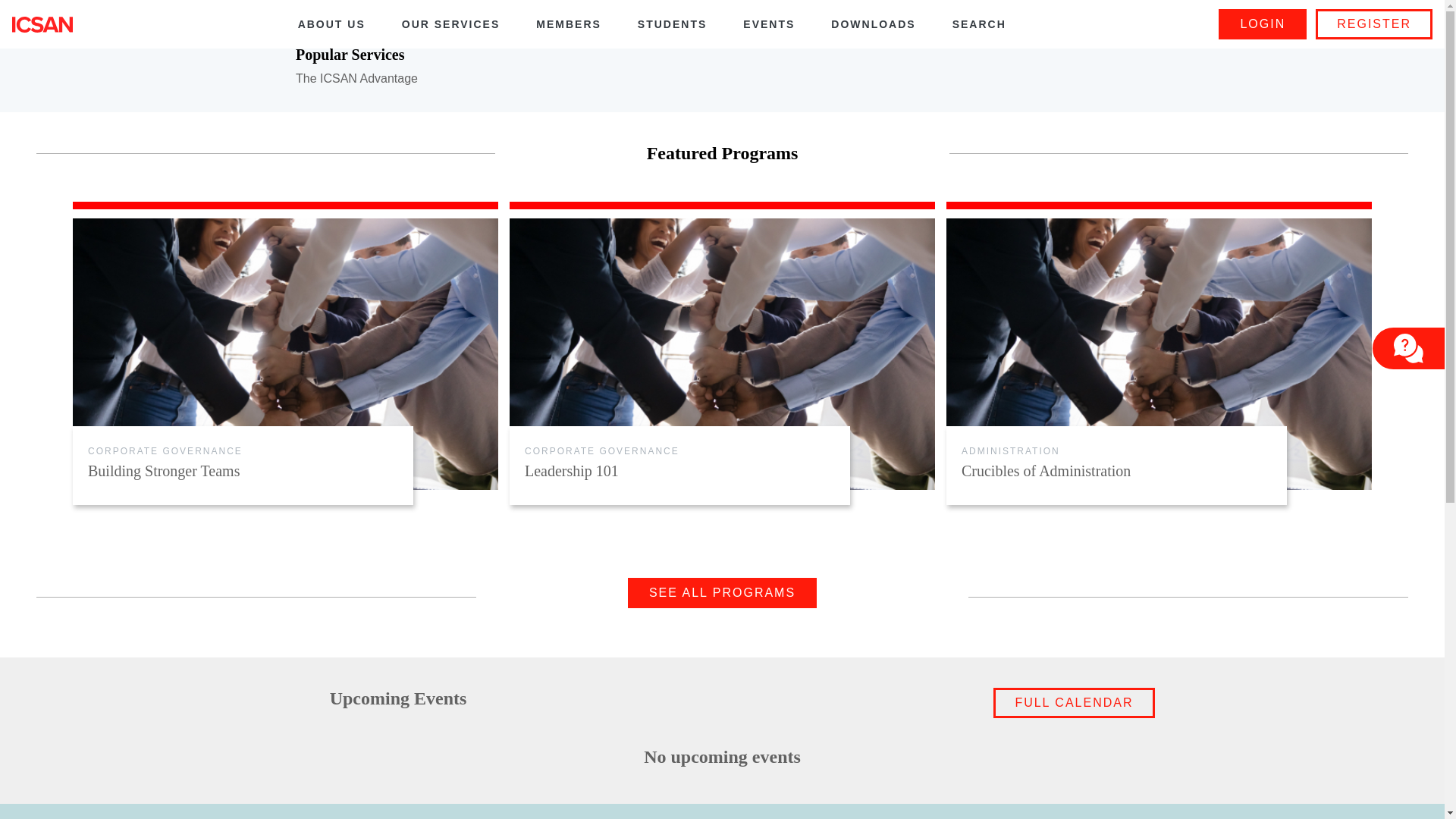 The image size is (1456, 819). Describe the element at coordinates (42, 24) in the screenshot. I see `'Navbar'` at that location.